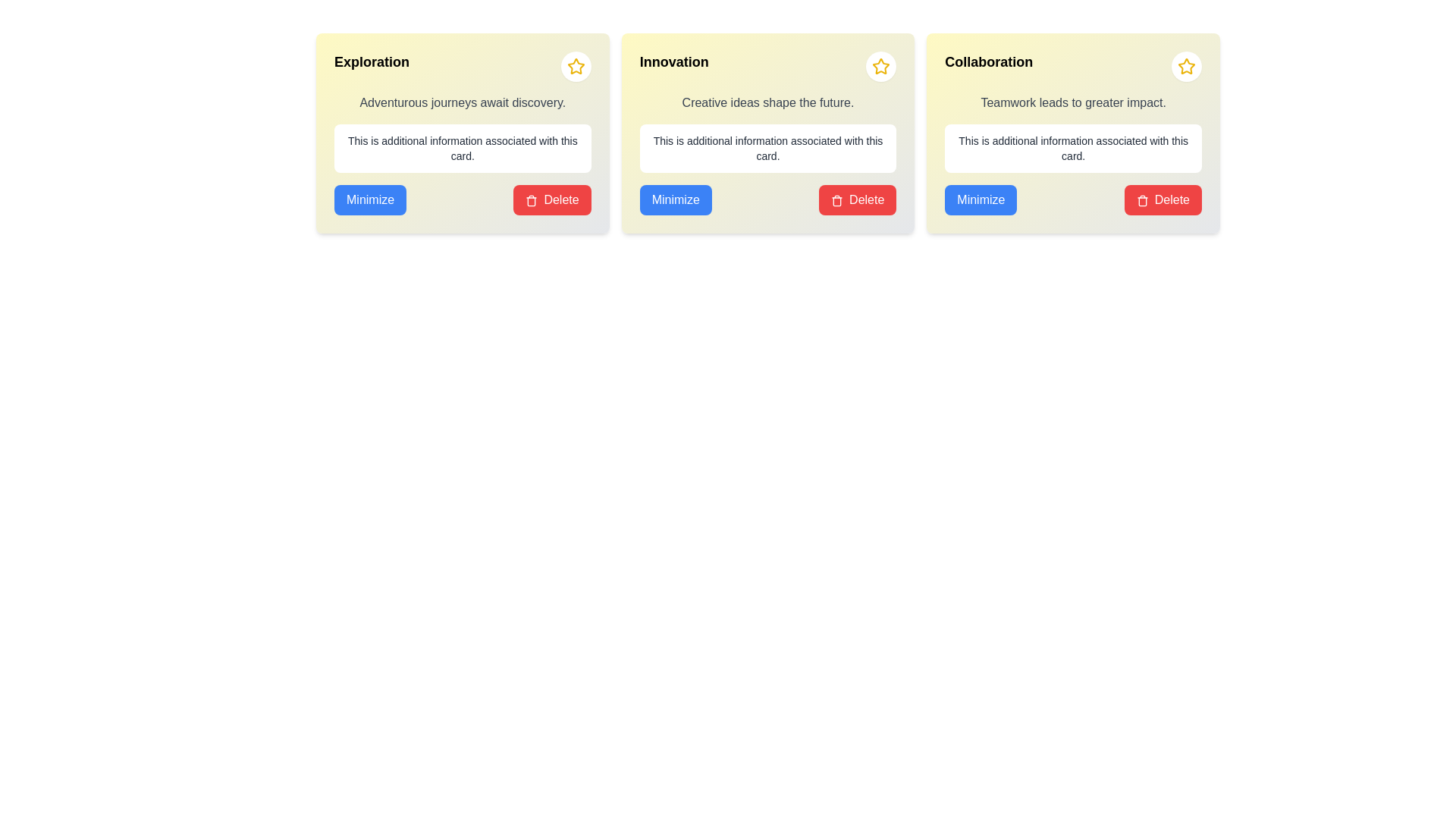  I want to click on the descriptive text located within the 'Collaboration' card, positioned underneath the title 'Collaboration', so click(1072, 102).